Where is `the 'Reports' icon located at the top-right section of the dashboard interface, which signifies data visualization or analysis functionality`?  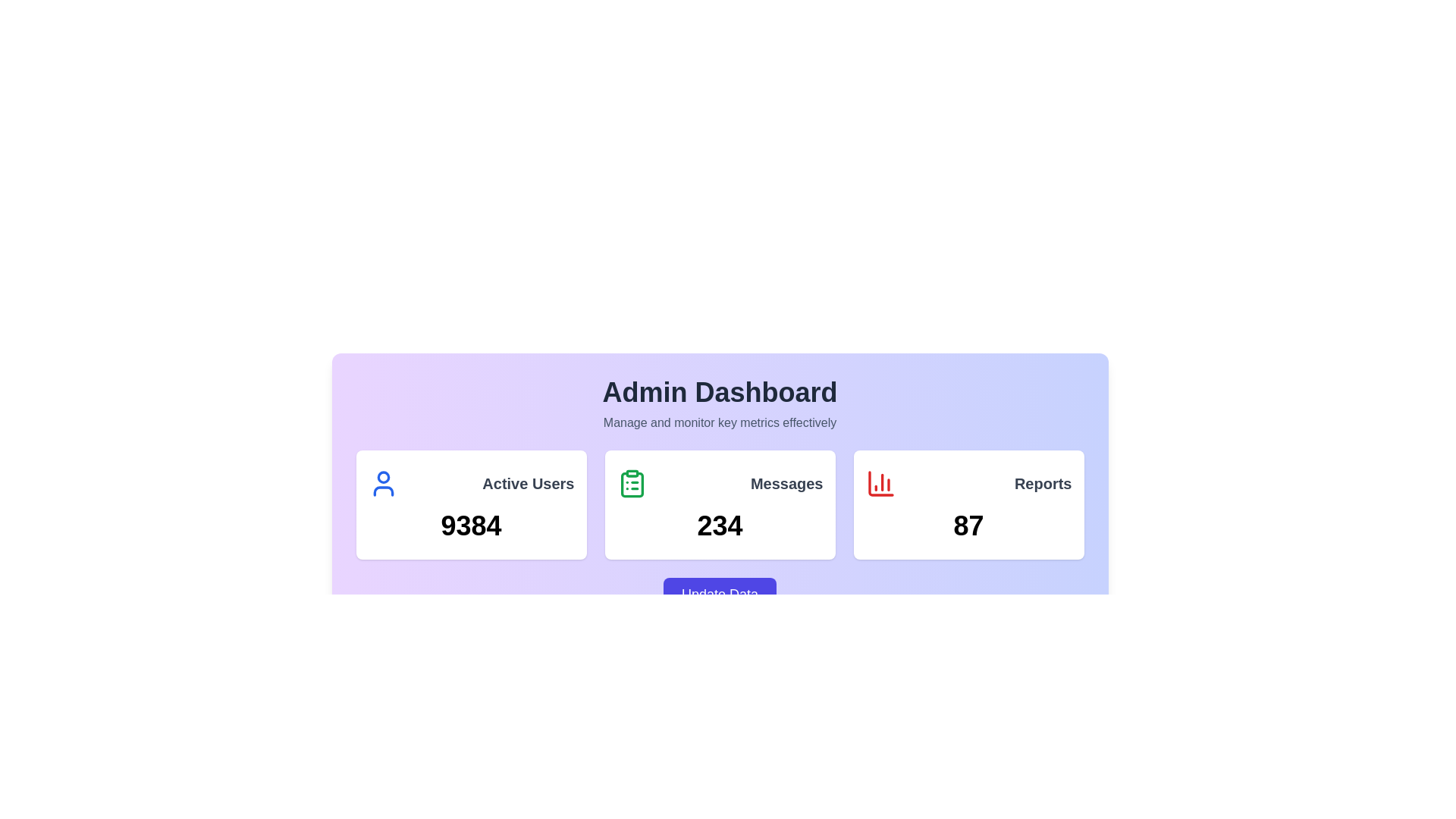
the 'Reports' icon located at the top-right section of the dashboard interface, which signifies data visualization or analysis functionality is located at coordinates (880, 483).